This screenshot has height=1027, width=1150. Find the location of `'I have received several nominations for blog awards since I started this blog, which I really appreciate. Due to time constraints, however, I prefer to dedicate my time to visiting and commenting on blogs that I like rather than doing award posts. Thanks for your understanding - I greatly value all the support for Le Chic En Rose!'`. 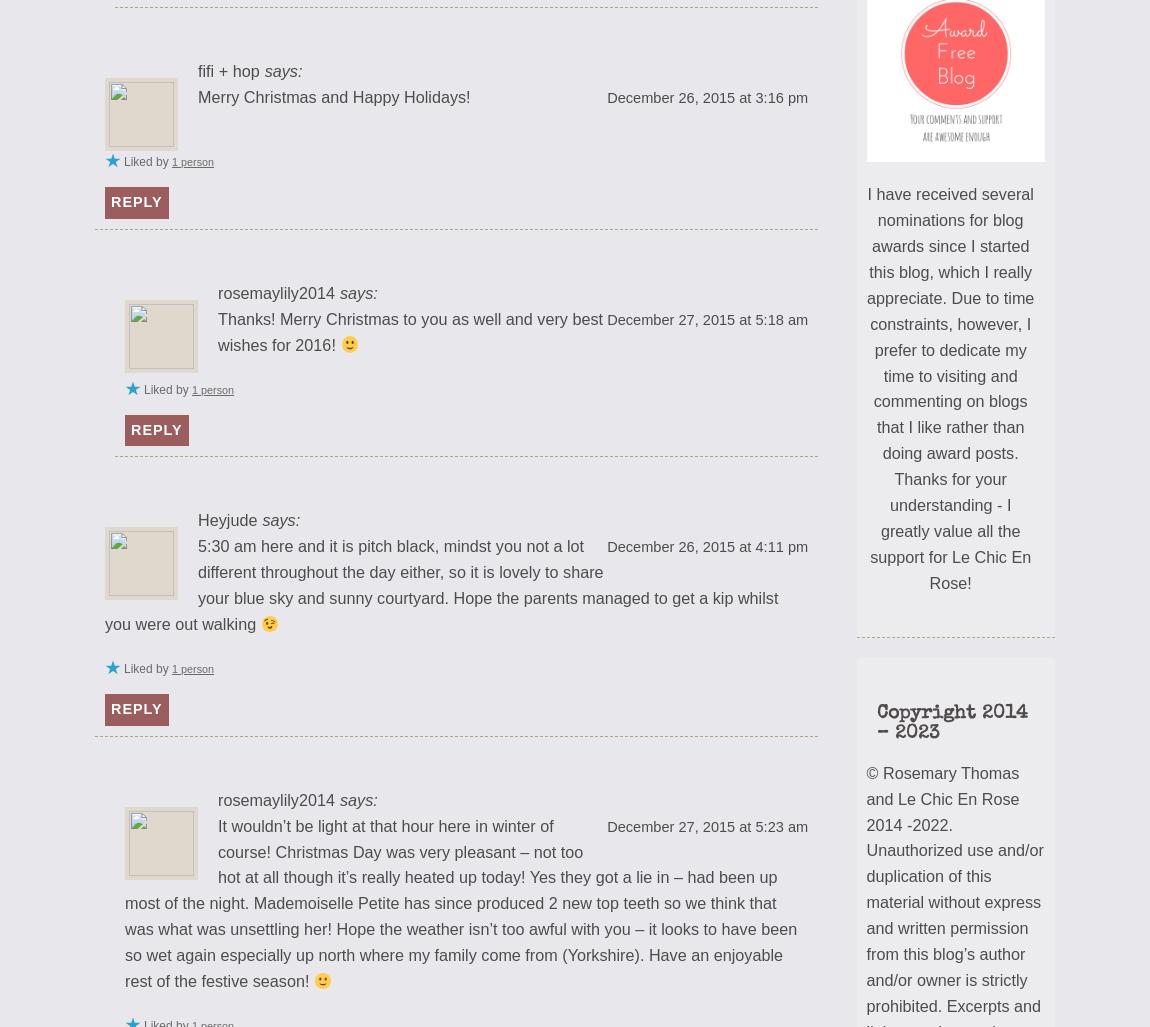

'I have received several nominations for blog awards since I started this blog, which I really appreciate. Due to time constraints, however, I prefer to dedicate my time to visiting and commenting on blogs that I like rather than doing award posts. Thanks for your understanding - I greatly value all the support for Le Chic En Rose!' is located at coordinates (866, 388).